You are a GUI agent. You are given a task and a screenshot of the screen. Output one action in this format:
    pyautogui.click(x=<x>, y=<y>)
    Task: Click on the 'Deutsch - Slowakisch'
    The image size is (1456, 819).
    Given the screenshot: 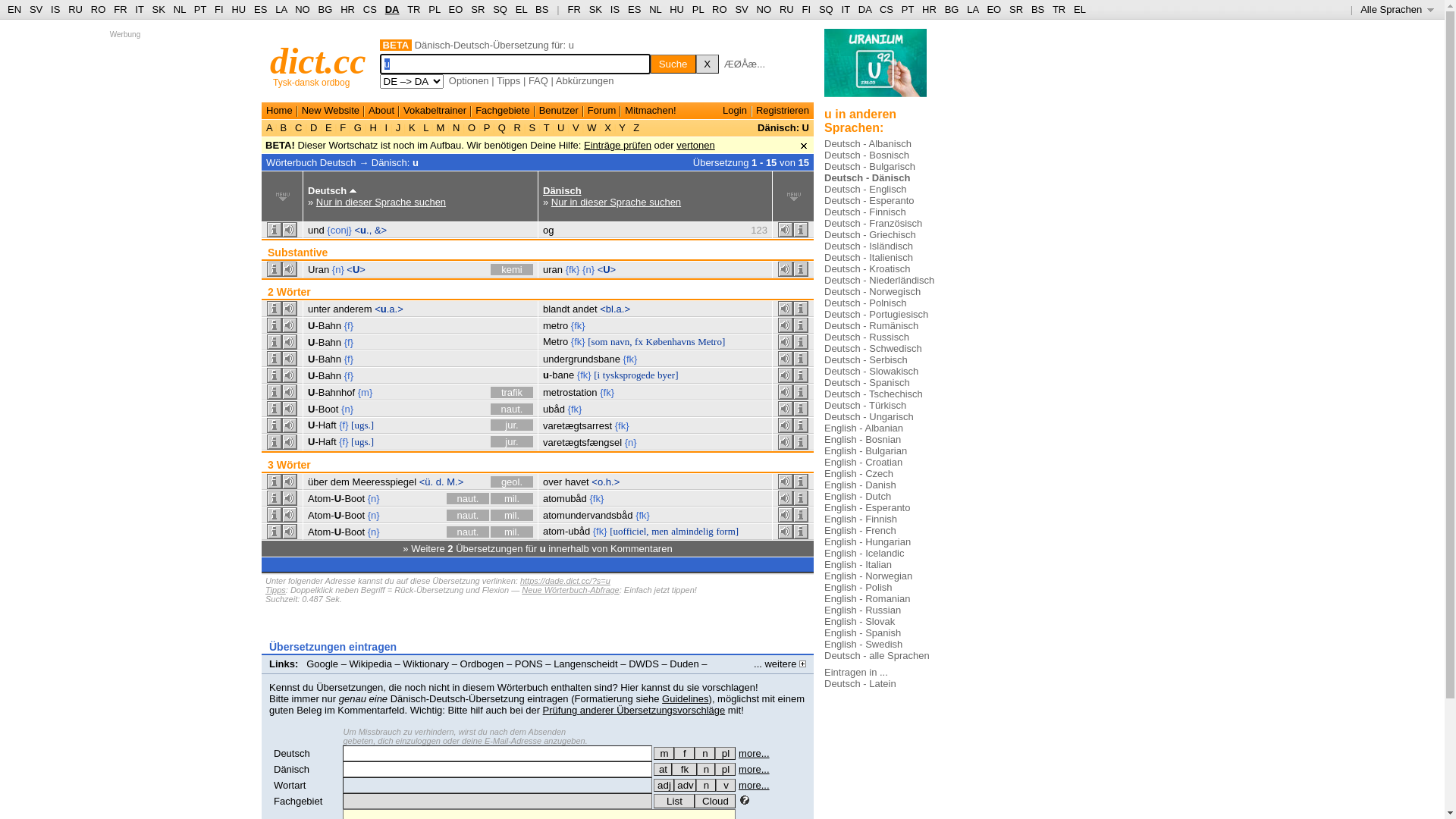 What is the action you would take?
    pyautogui.click(x=871, y=371)
    